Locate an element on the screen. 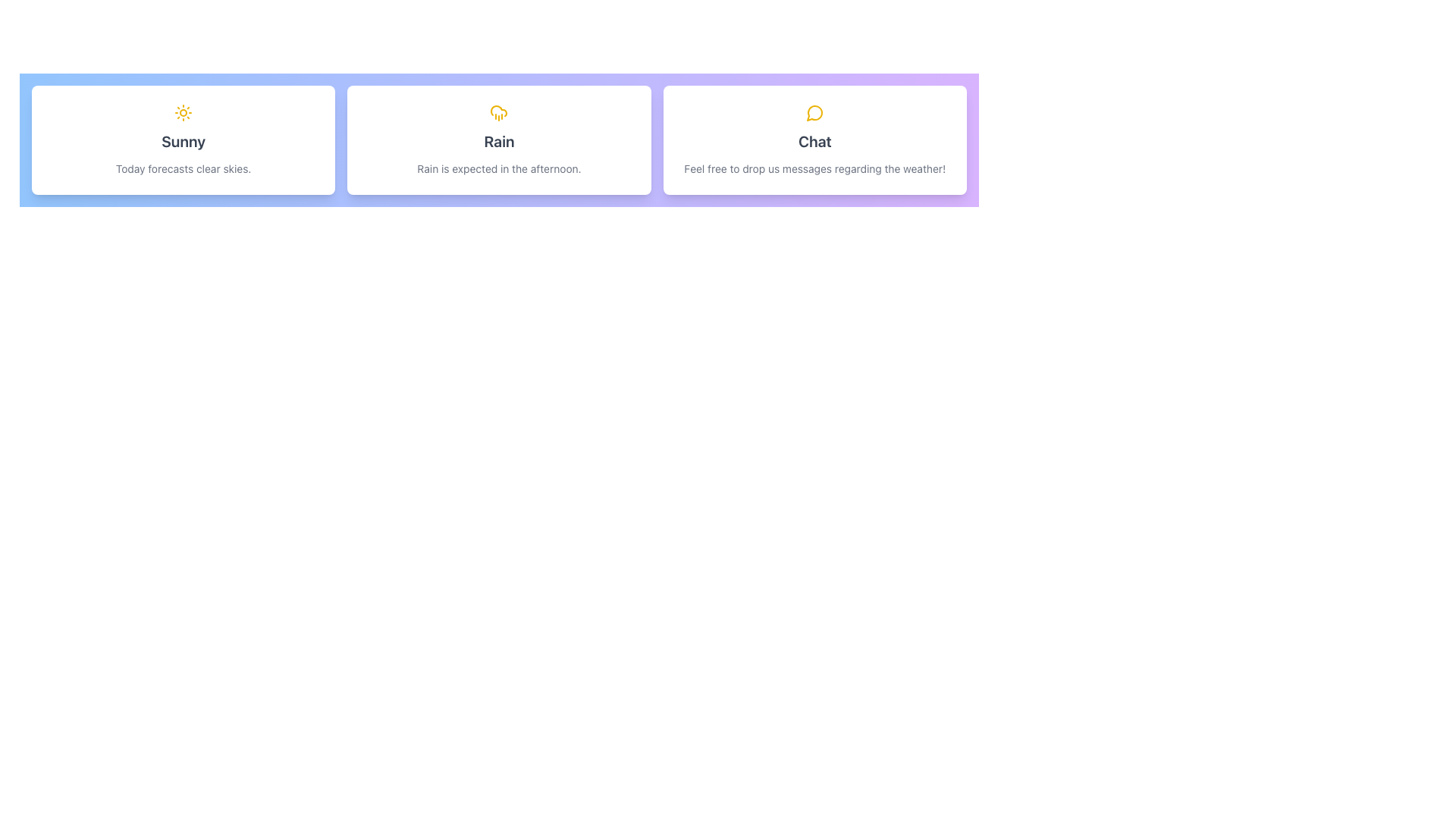 The width and height of the screenshot is (1456, 819). the text component displaying the message 'Today forecasts clear skies.' which is located at the bottom part of a white card with rounded corners and a blue accent on the left side is located at coordinates (183, 169).